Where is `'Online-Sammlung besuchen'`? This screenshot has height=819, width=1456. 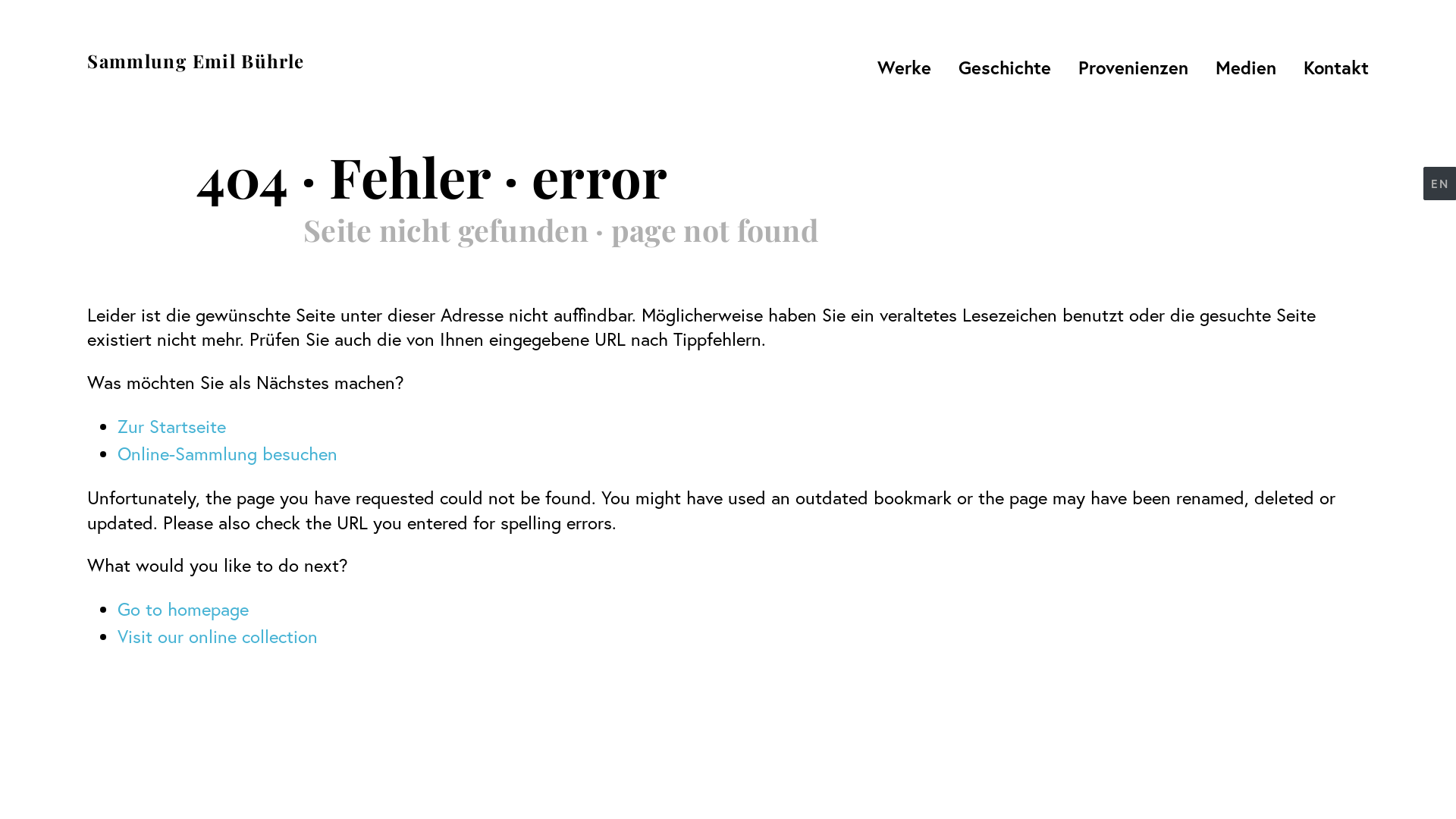
'Online-Sammlung besuchen' is located at coordinates (226, 452).